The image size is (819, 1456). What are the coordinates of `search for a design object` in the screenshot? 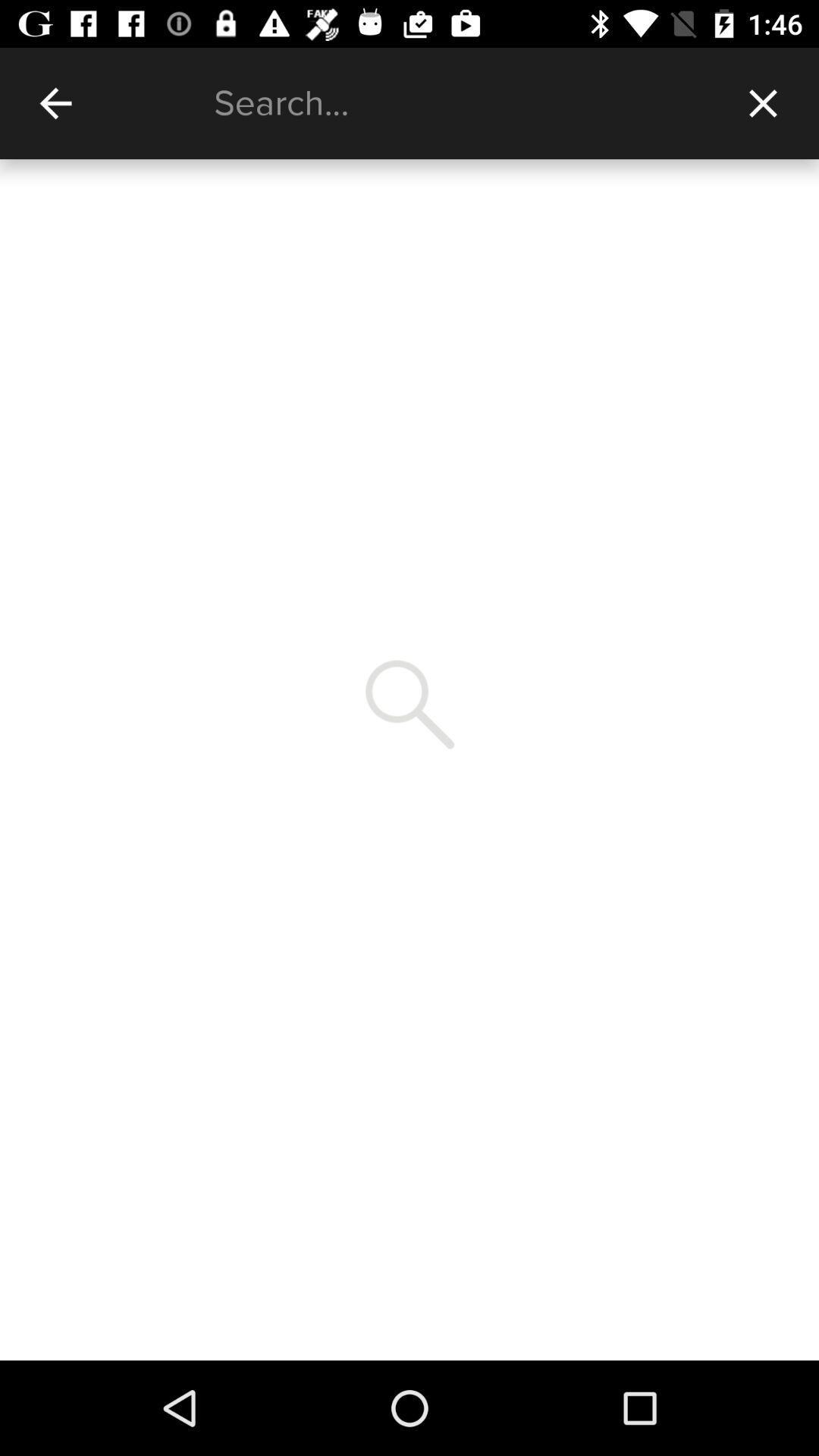 It's located at (460, 102).